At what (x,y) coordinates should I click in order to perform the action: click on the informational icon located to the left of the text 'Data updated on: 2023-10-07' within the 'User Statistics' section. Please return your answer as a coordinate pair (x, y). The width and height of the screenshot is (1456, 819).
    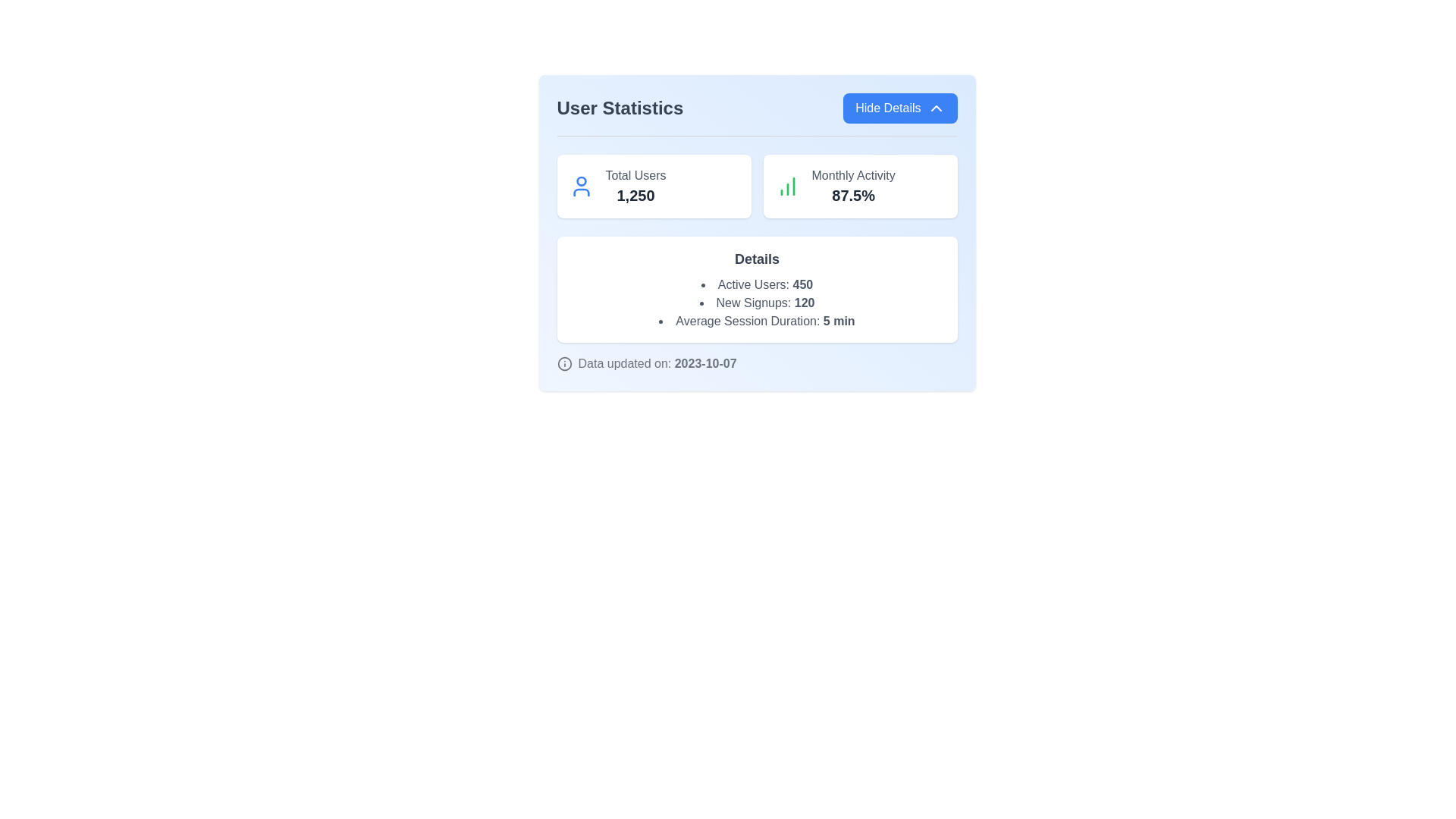
    Looking at the image, I should click on (563, 363).